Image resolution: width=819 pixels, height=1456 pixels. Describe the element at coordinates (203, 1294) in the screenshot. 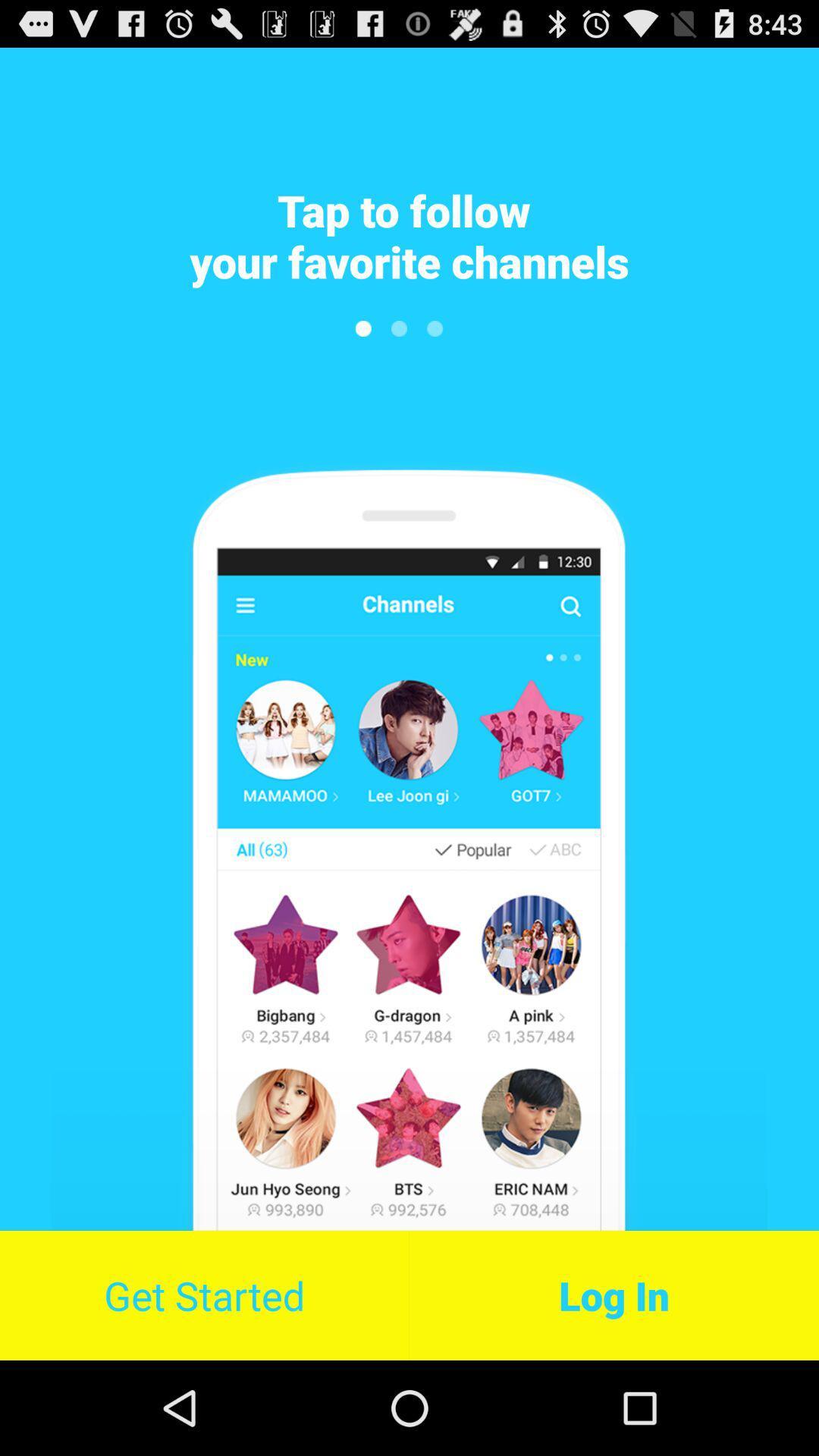

I see `item at the bottom left corner` at that location.